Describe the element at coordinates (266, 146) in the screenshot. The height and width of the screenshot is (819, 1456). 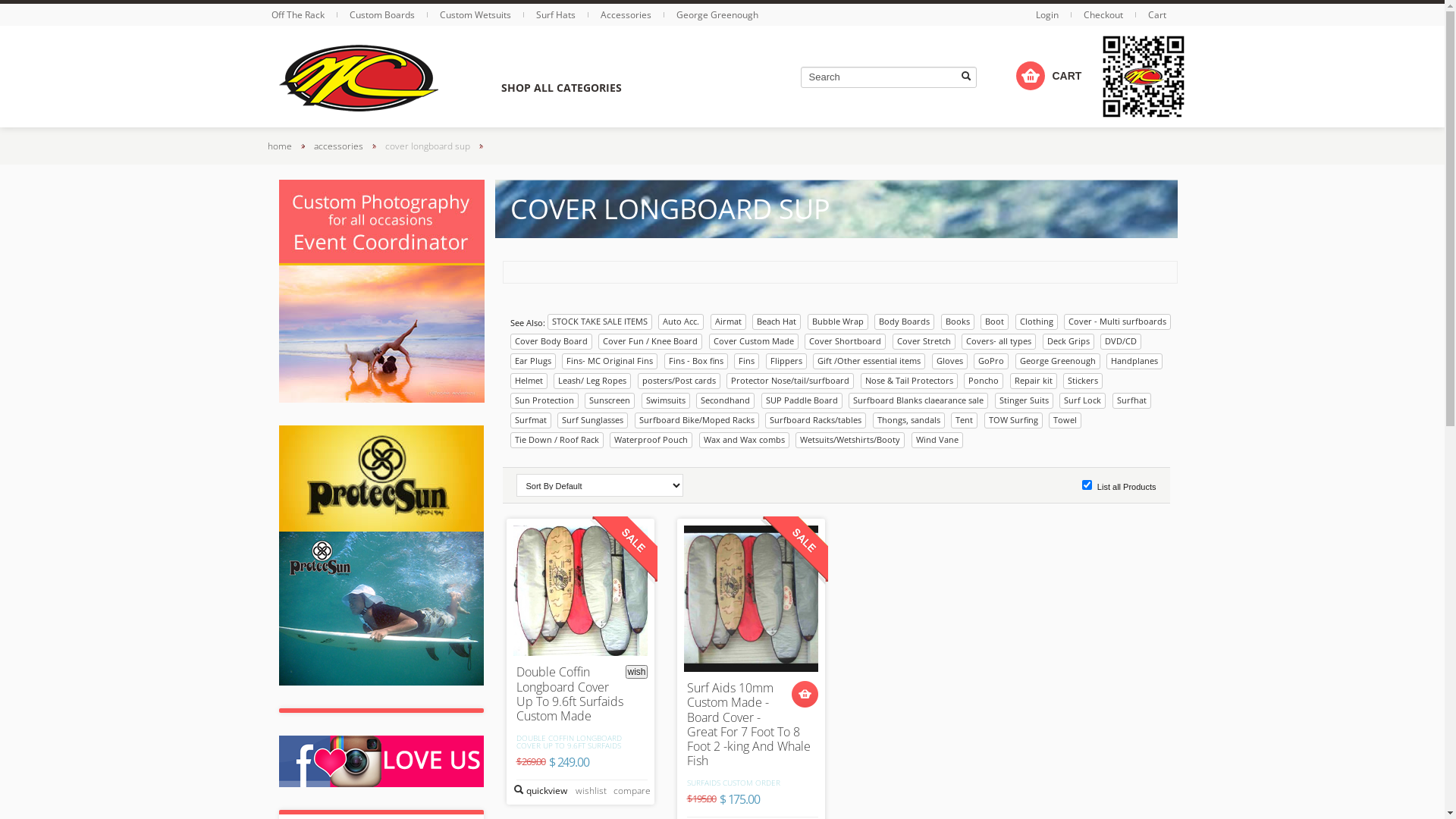
I see `'home'` at that location.